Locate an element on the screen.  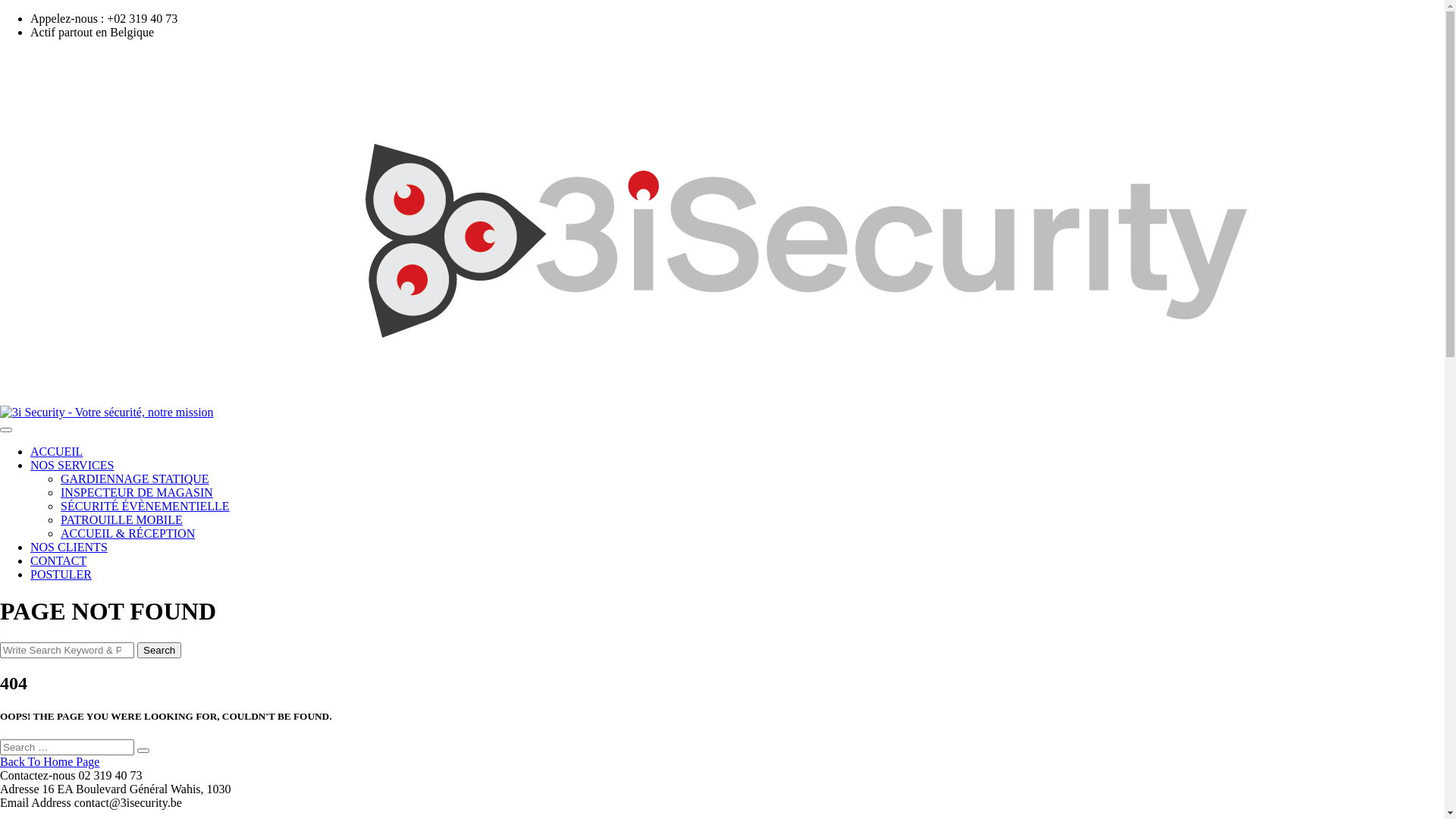
'CONTACT' is located at coordinates (58, 560).